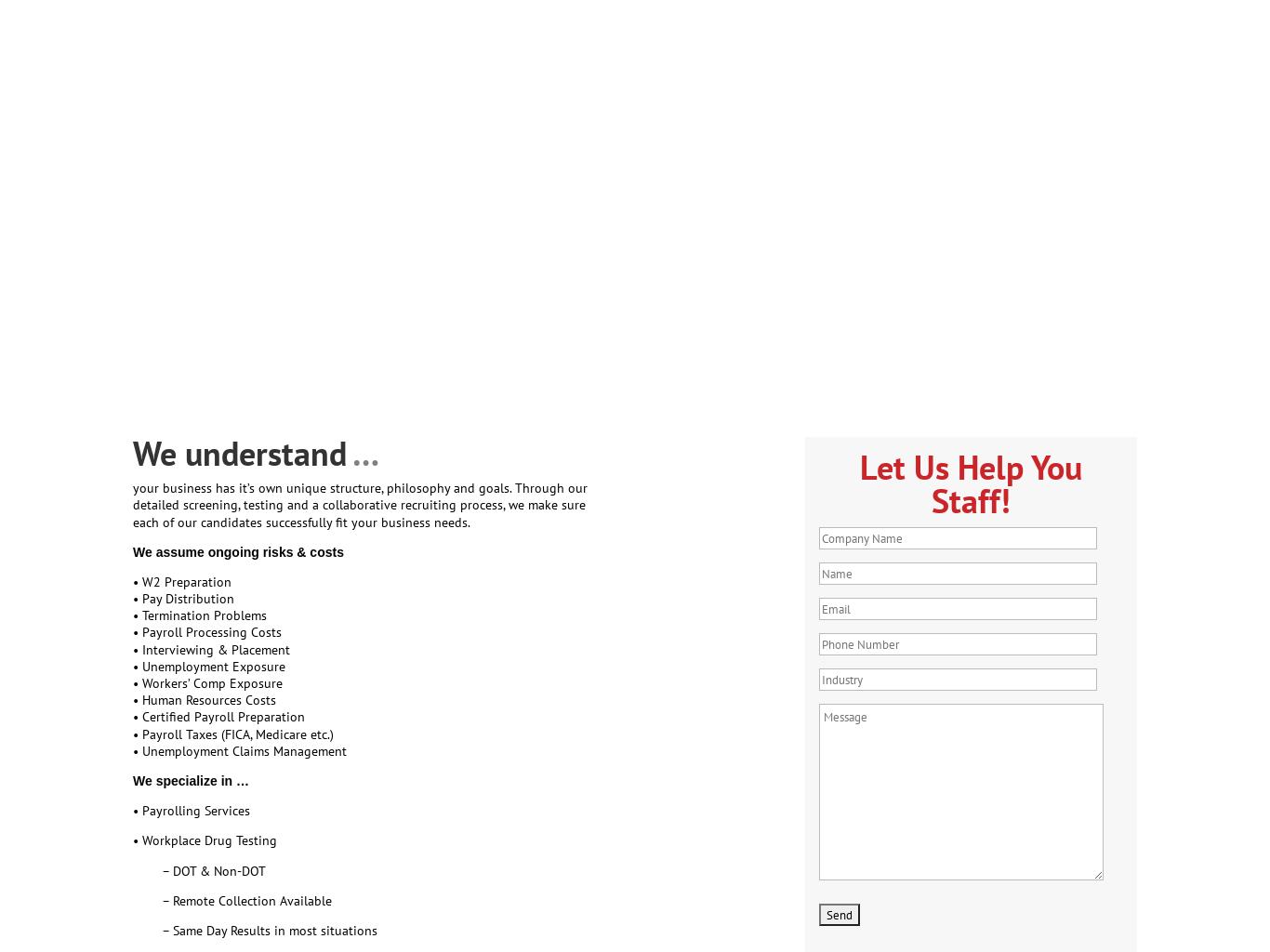 The image size is (1270, 952). I want to click on '• Certified Payroll Preparation', so click(218, 716).